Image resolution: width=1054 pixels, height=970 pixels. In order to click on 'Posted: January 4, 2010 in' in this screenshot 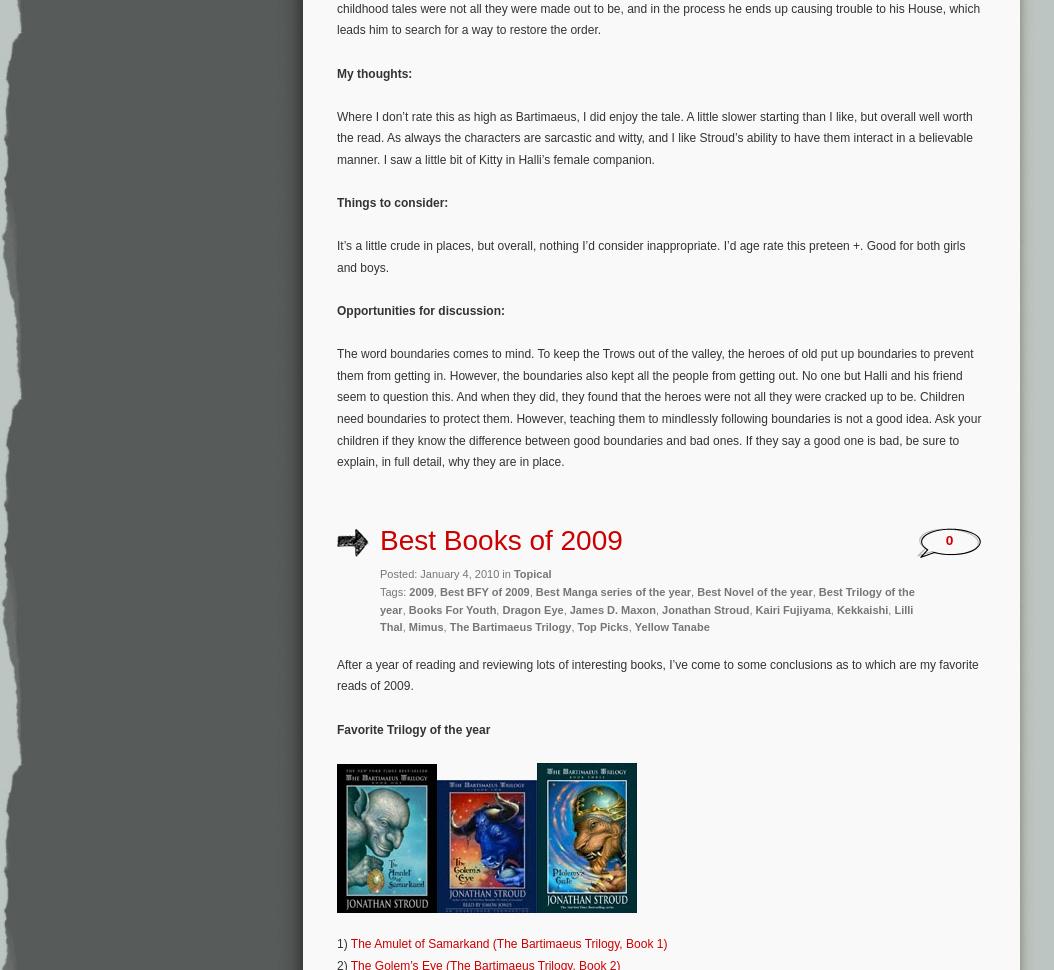, I will do `click(446, 573)`.